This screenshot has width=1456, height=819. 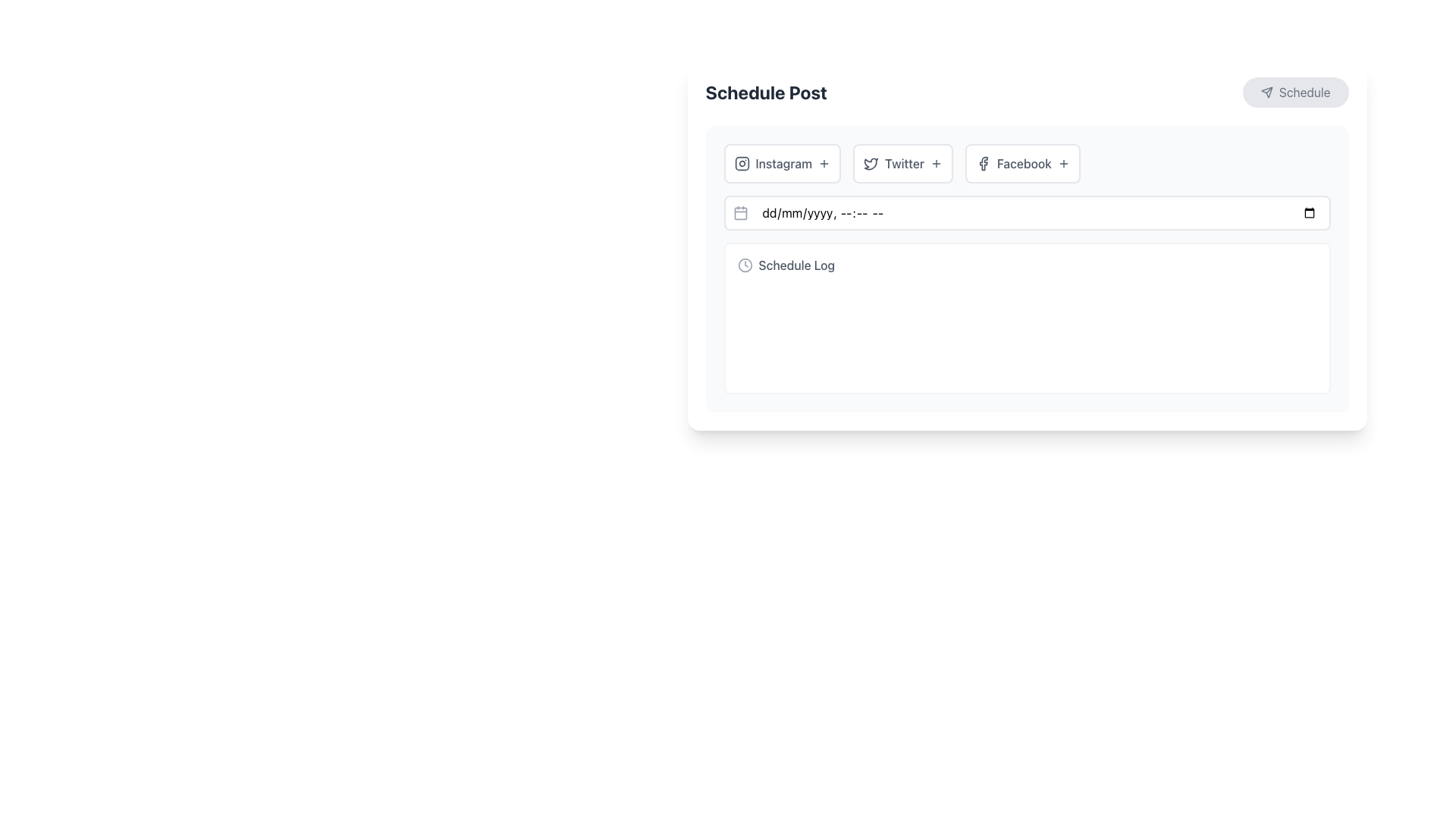 What do you see at coordinates (1266, 93) in the screenshot?
I see `the paper airplane icon located within the 'Schedule' button, positioned at the far right upper corner of the 'Schedule Post' section, to perform a hover action` at bounding box center [1266, 93].